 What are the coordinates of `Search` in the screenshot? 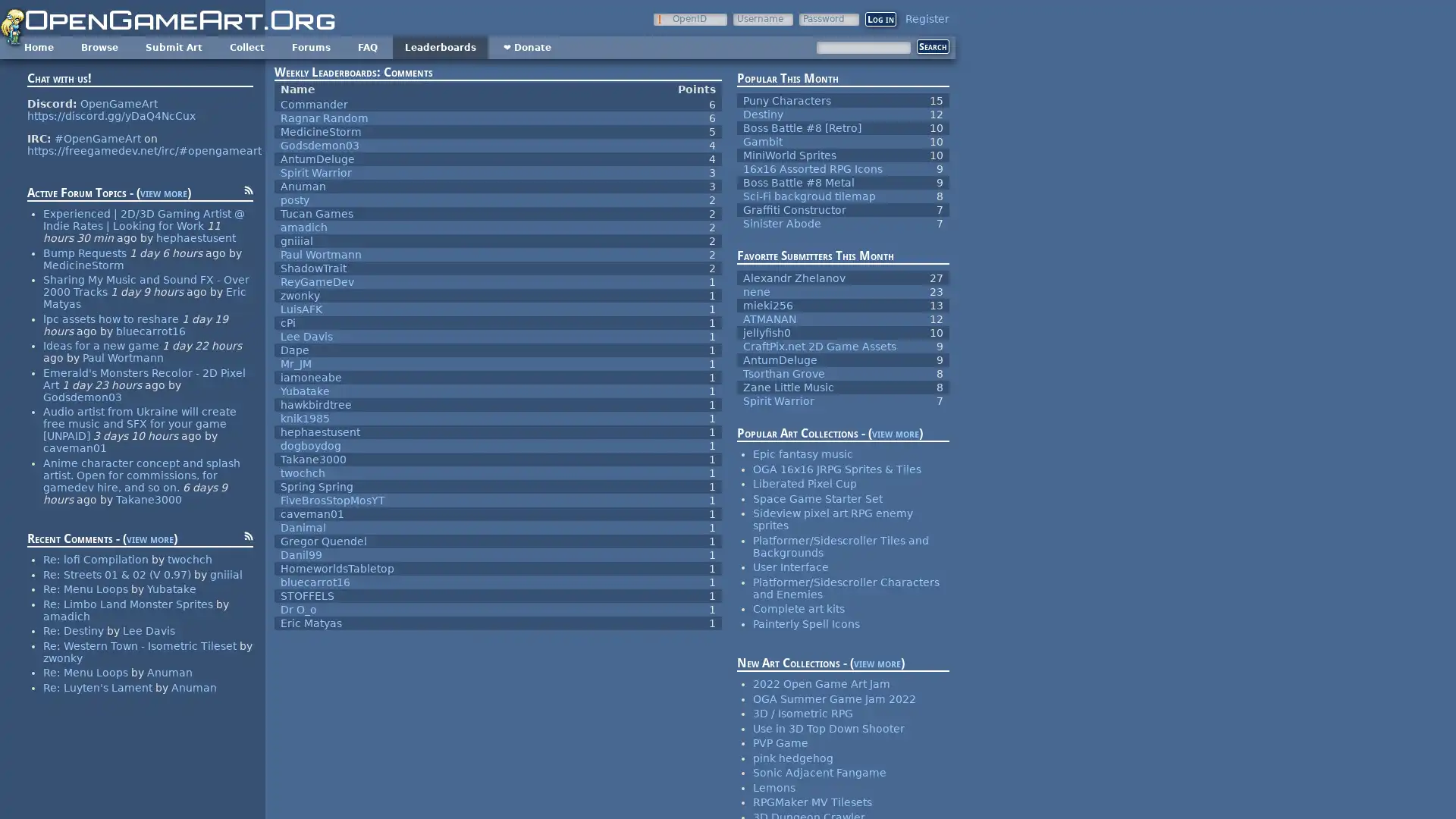 It's located at (932, 45).